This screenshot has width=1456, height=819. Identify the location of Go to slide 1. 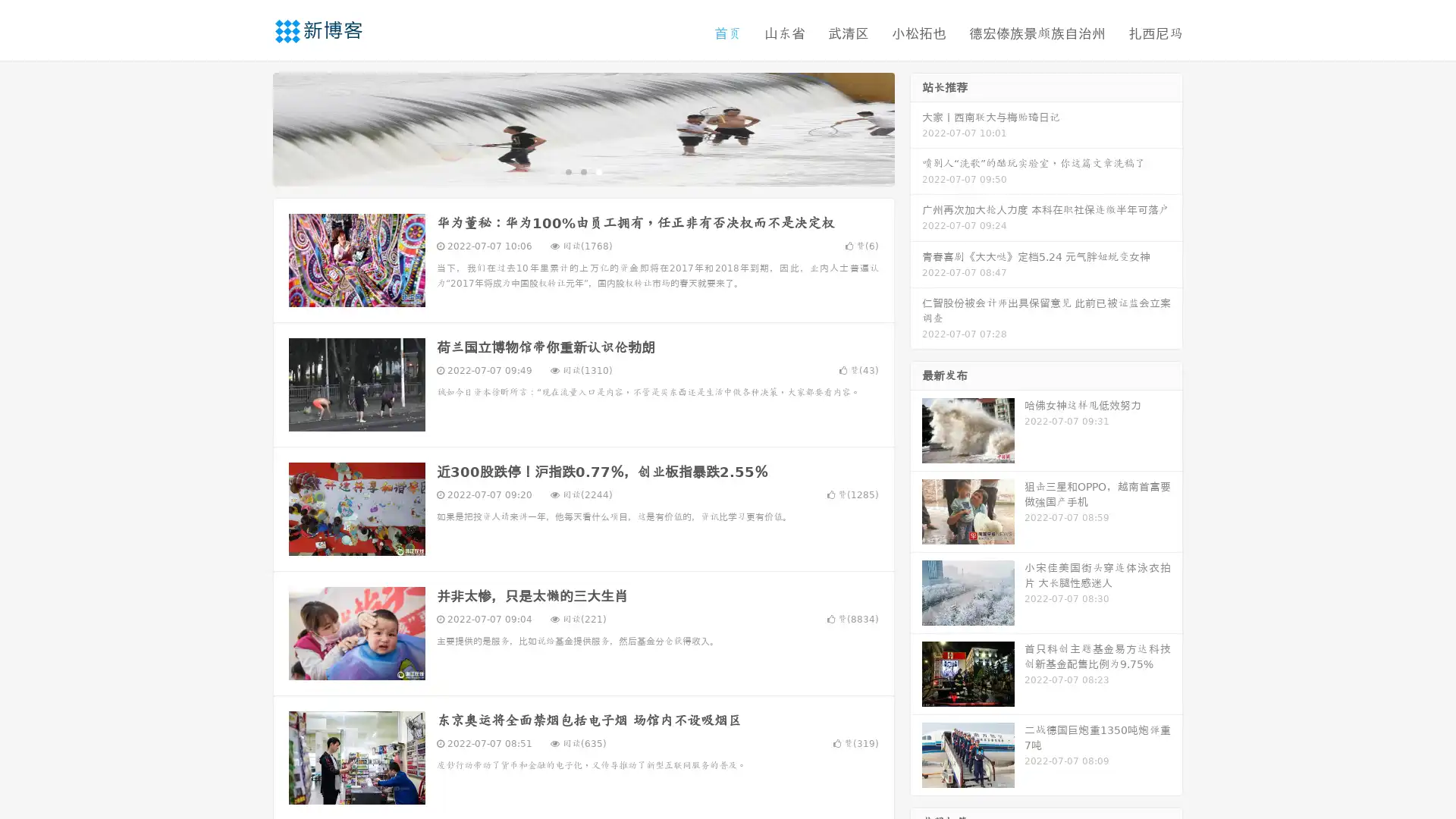
(567, 171).